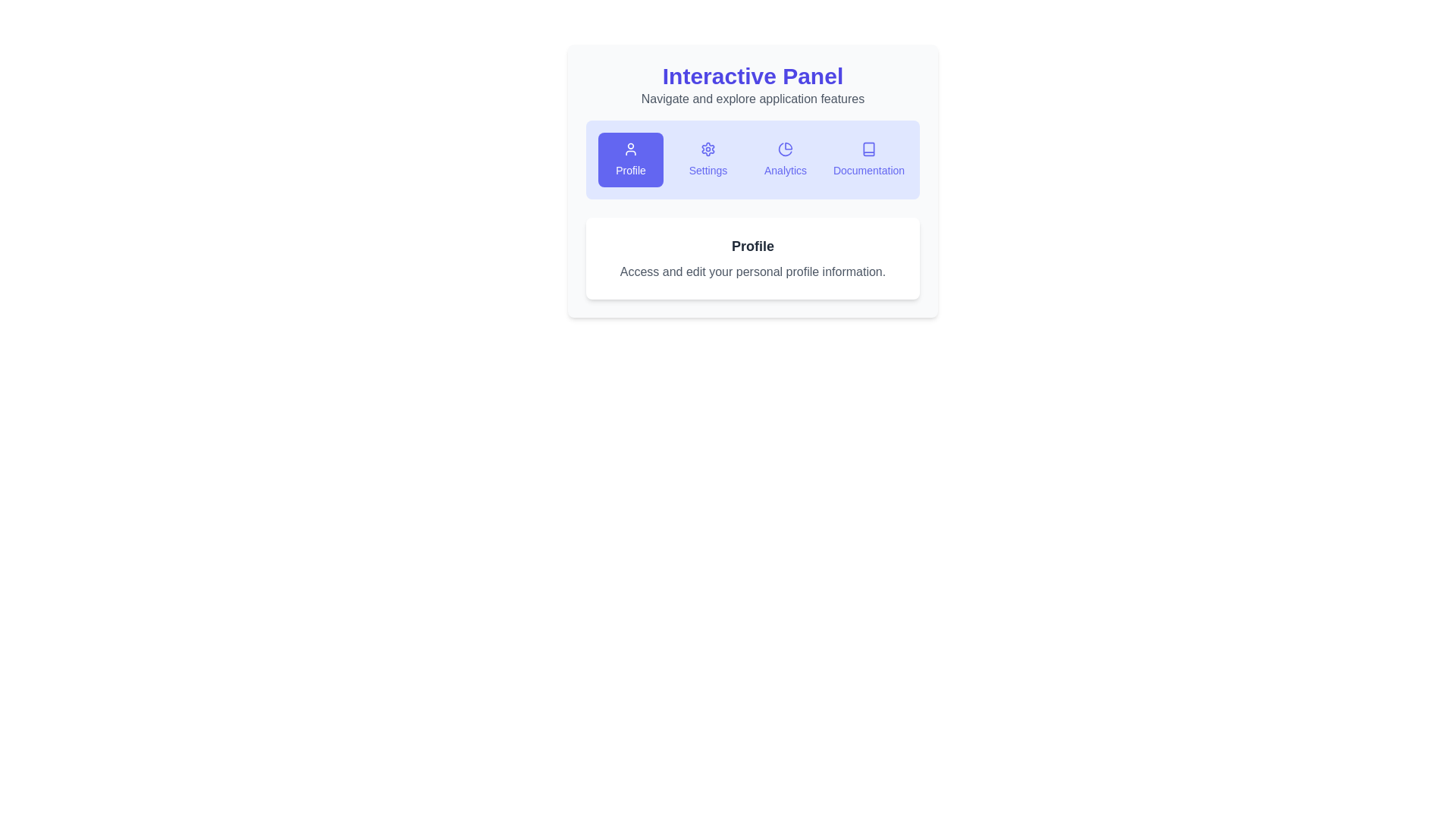 This screenshot has height=819, width=1456. What do you see at coordinates (708, 170) in the screenshot?
I see `the 'Settings' text label that is displayed in indigo color and positioned below a gear icon within the main panel` at bounding box center [708, 170].